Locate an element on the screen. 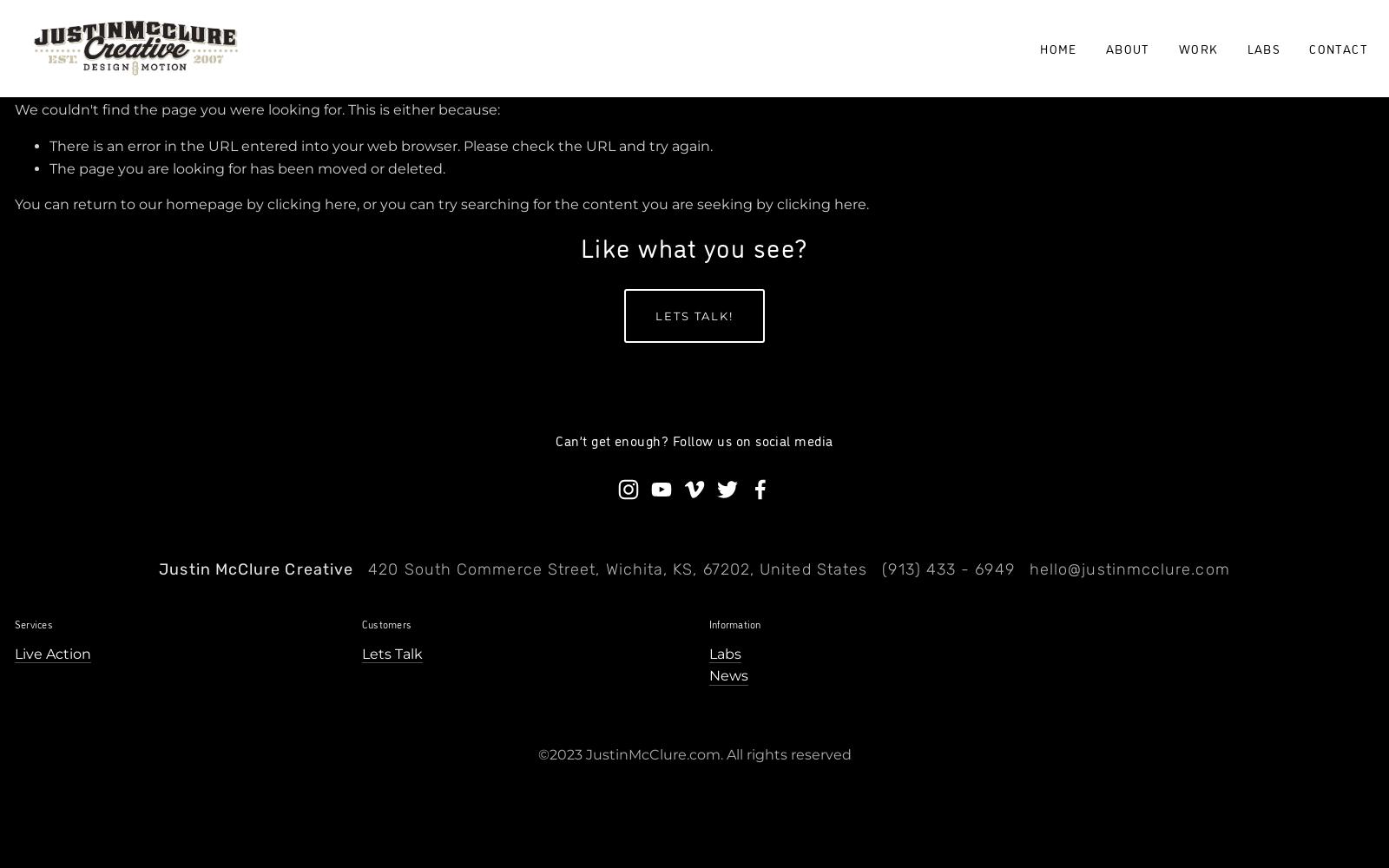 The image size is (1389, 868). 'We couldn't find the page you were looking for. This is either because:' is located at coordinates (257, 109).